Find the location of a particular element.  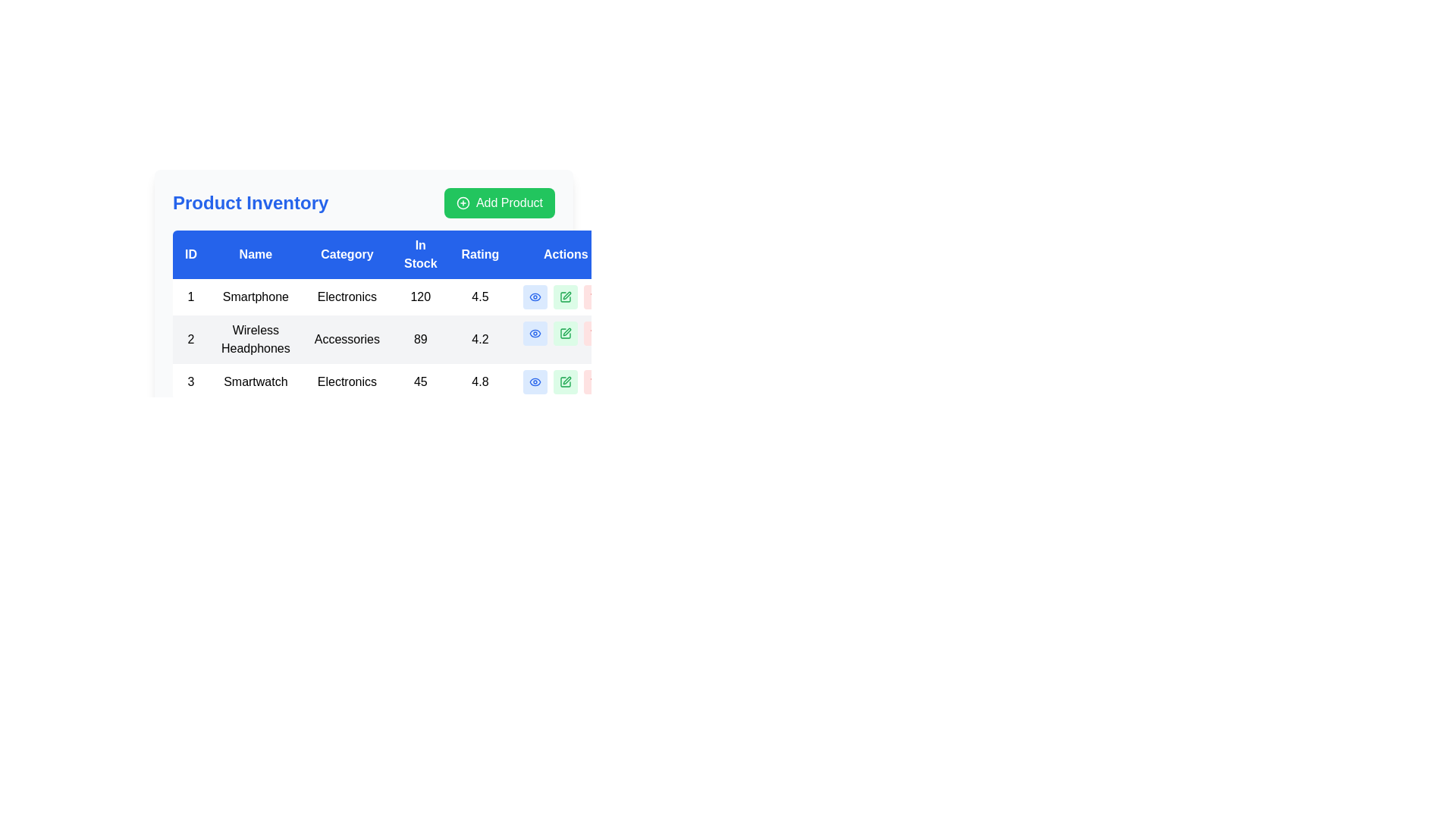

the green button with a white '+' icon and 'Add Product' text is located at coordinates (499, 202).